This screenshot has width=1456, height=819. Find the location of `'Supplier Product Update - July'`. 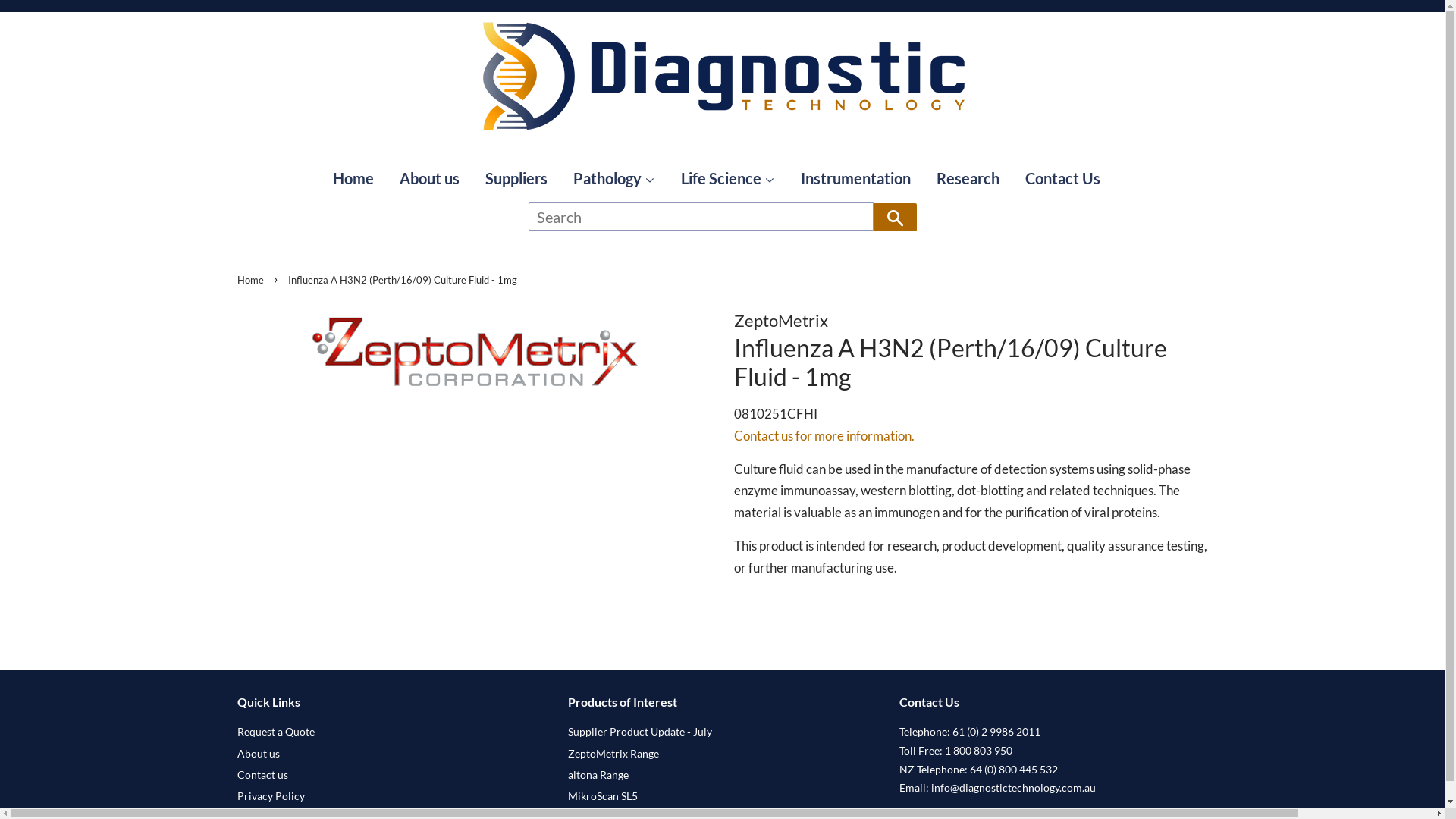

'Supplier Product Update - July' is located at coordinates (640, 730).